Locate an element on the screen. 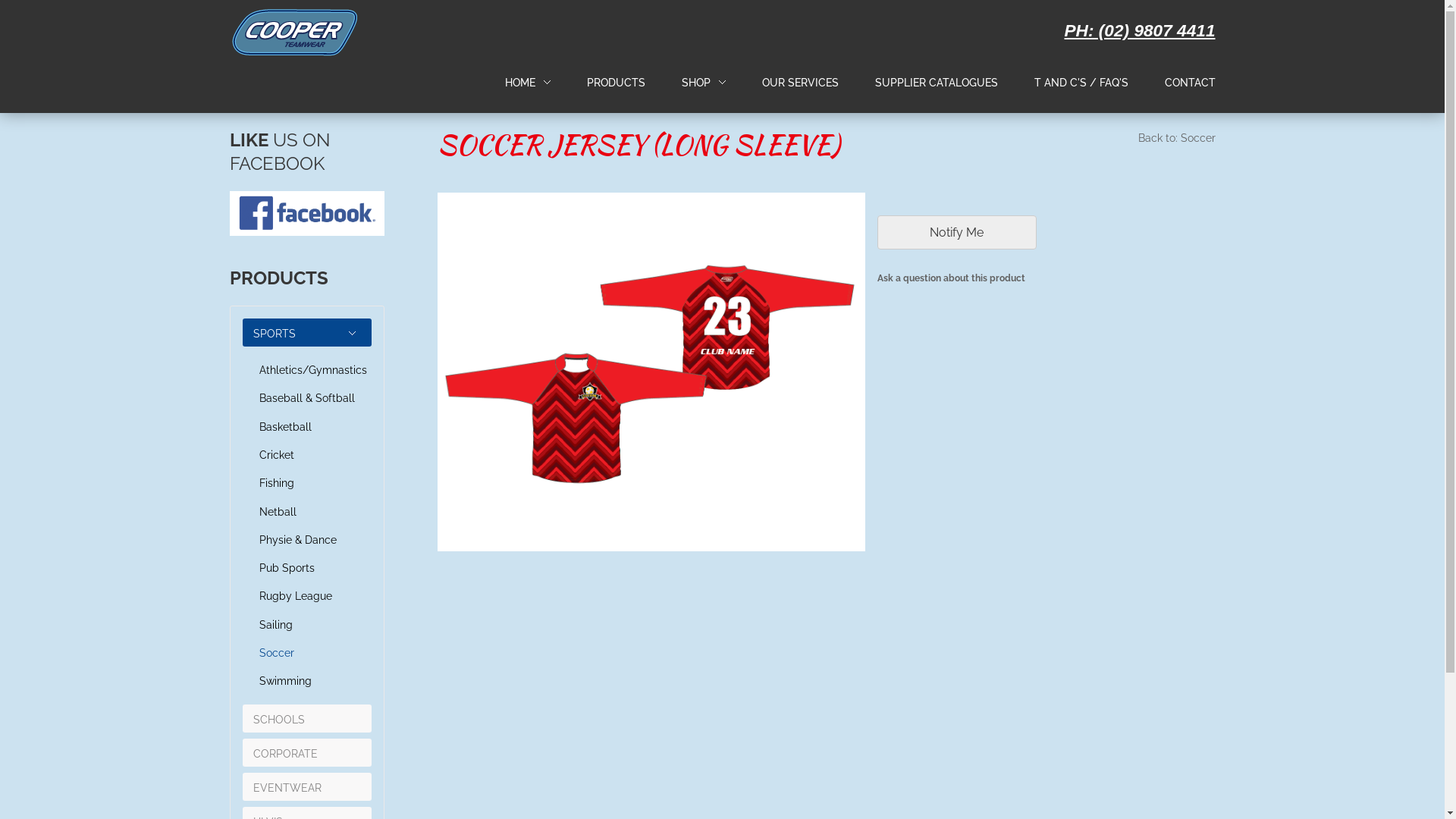 This screenshot has width=1456, height=819. 'OUR SERVICES' is located at coordinates (799, 83).